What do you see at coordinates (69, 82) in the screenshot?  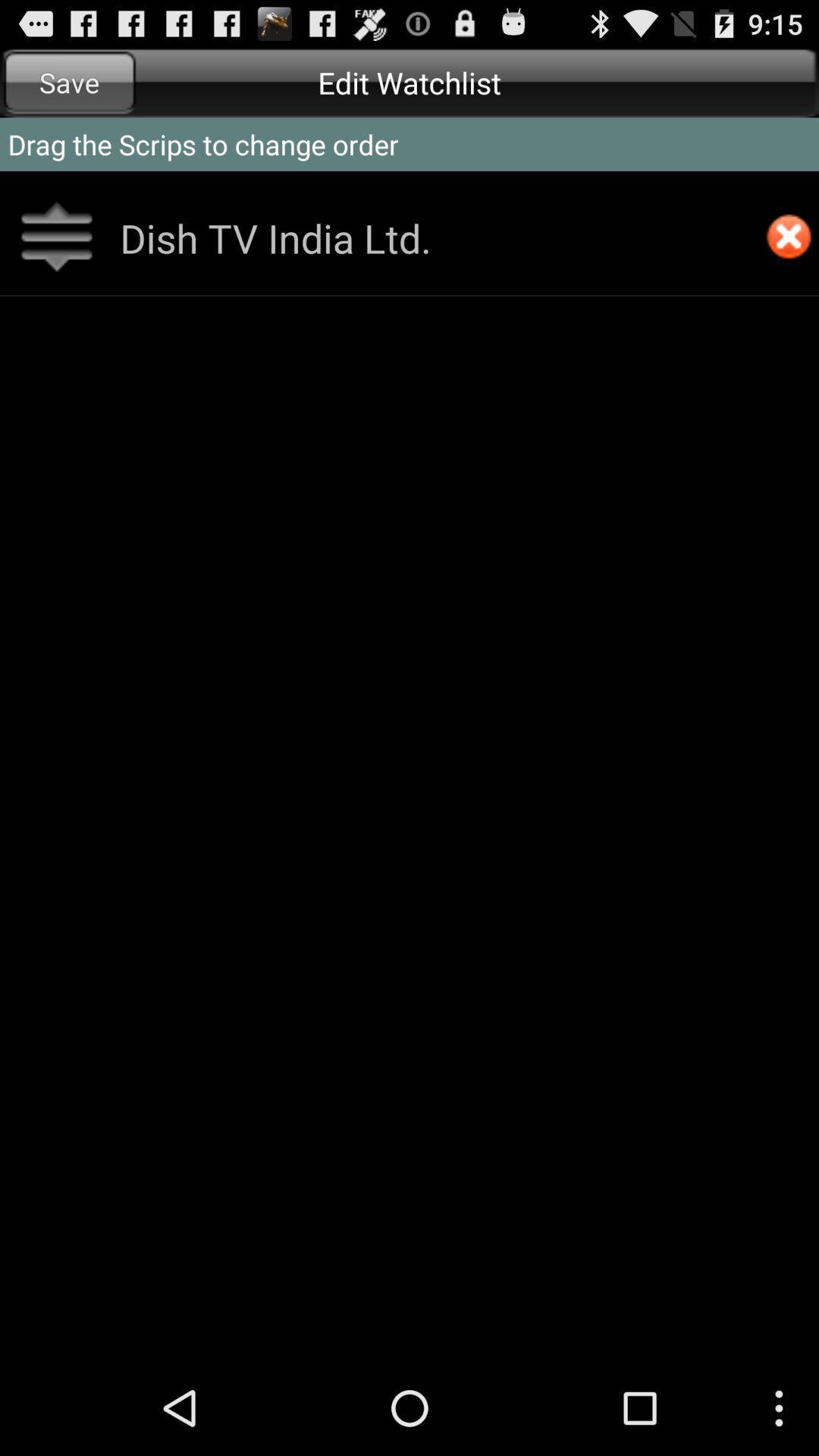 I see `save item` at bounding box center [69, 82].